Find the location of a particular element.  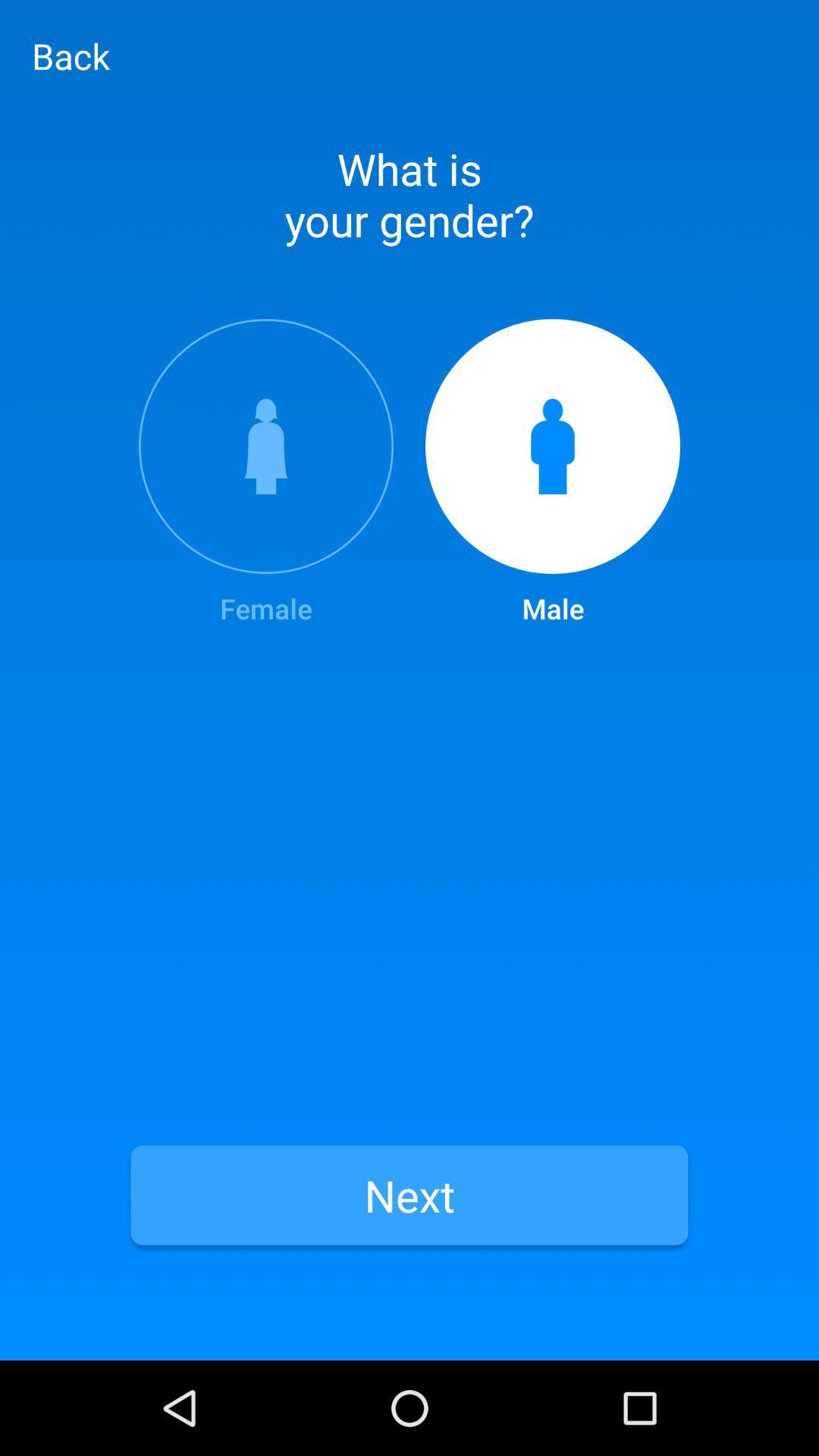

back icon is located at coordinates (71, 55).